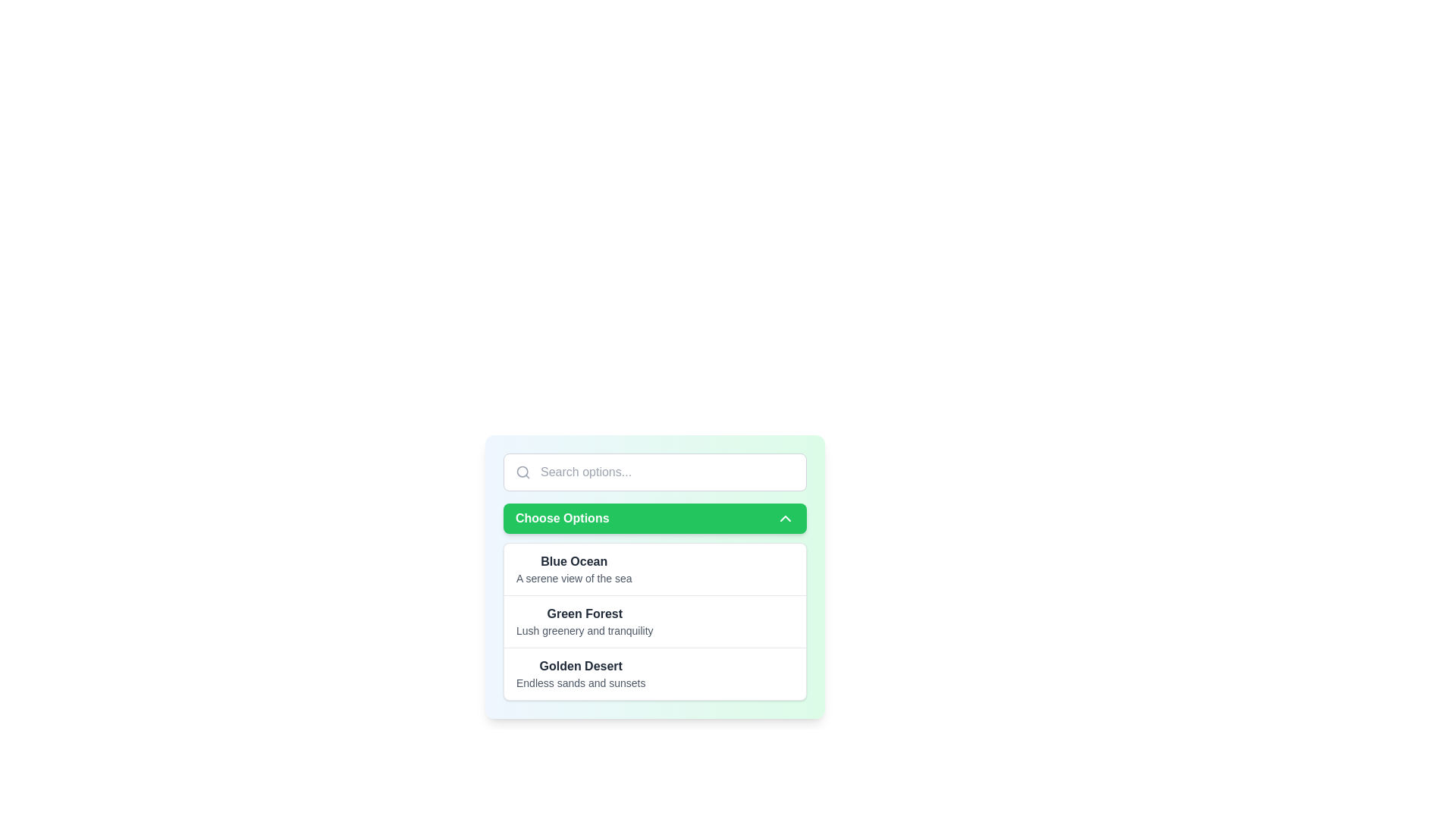 The width and height of the screenshot is (1456, 819). I want to click on the text label located below the heading 'Golden Desert' in the dropdown menu, which provides additional information about the item, so click(580, 683).